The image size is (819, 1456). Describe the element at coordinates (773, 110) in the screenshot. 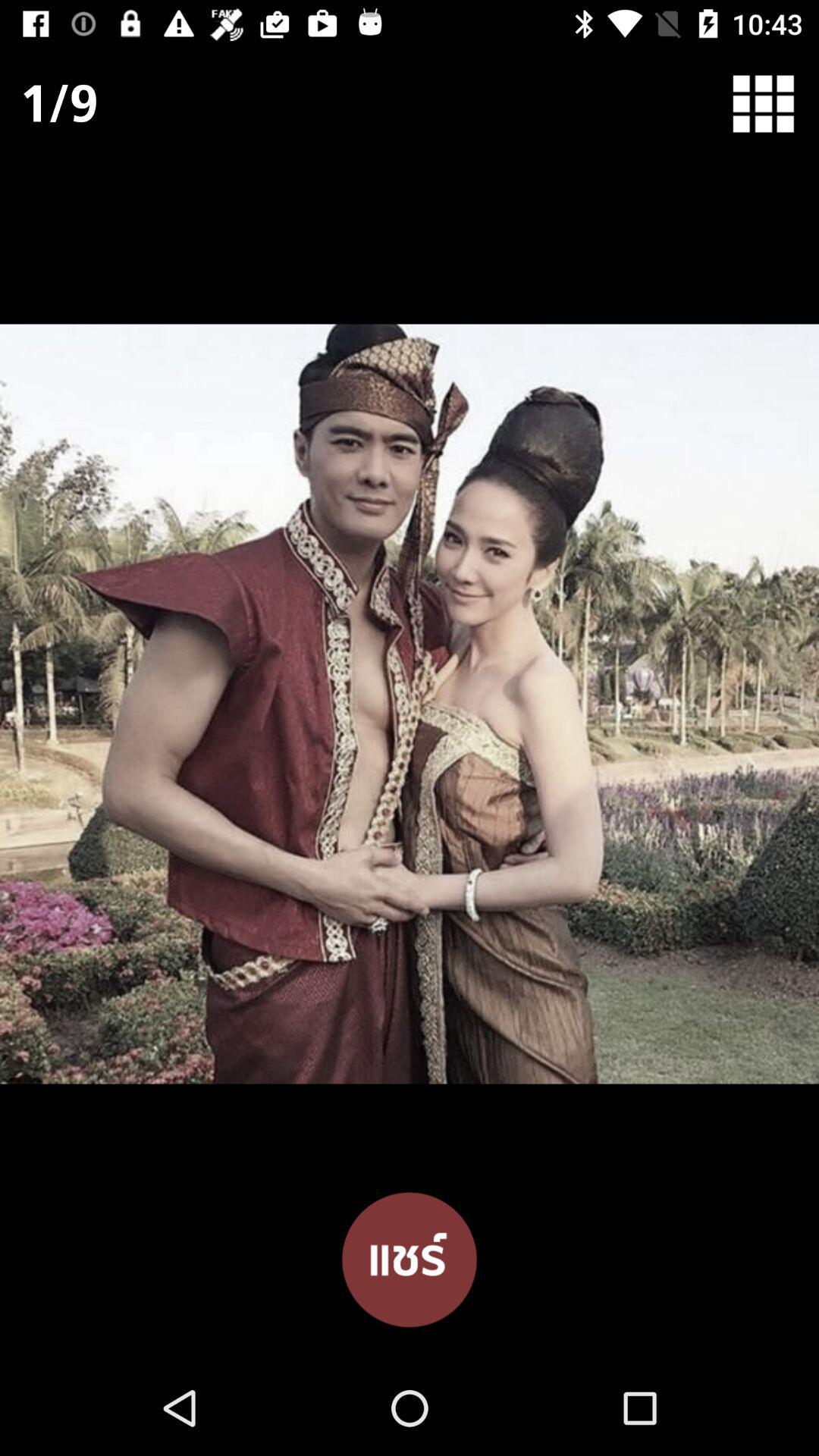

I see `the dashboard icon` at that location.